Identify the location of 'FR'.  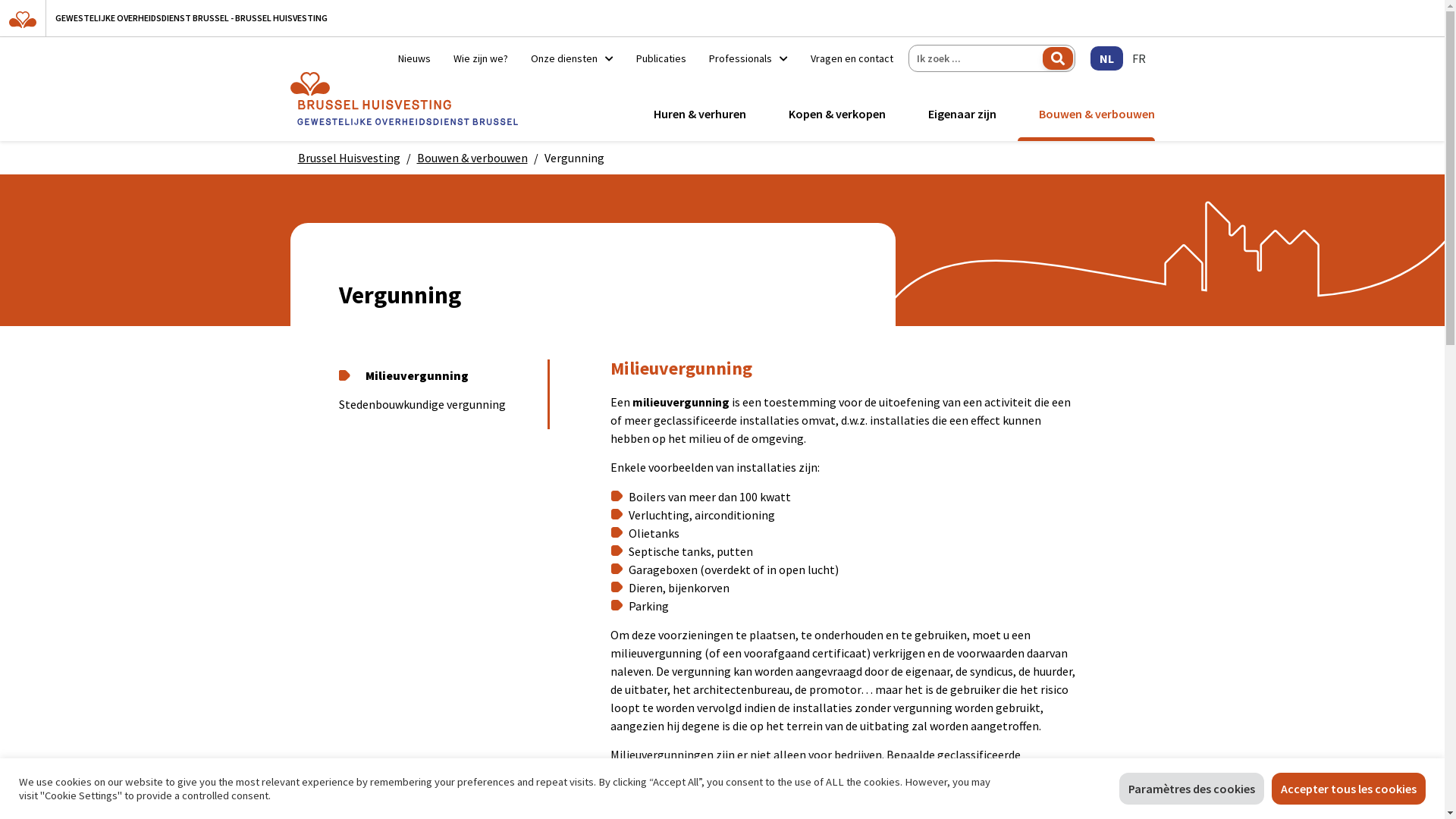
(1138, 58).